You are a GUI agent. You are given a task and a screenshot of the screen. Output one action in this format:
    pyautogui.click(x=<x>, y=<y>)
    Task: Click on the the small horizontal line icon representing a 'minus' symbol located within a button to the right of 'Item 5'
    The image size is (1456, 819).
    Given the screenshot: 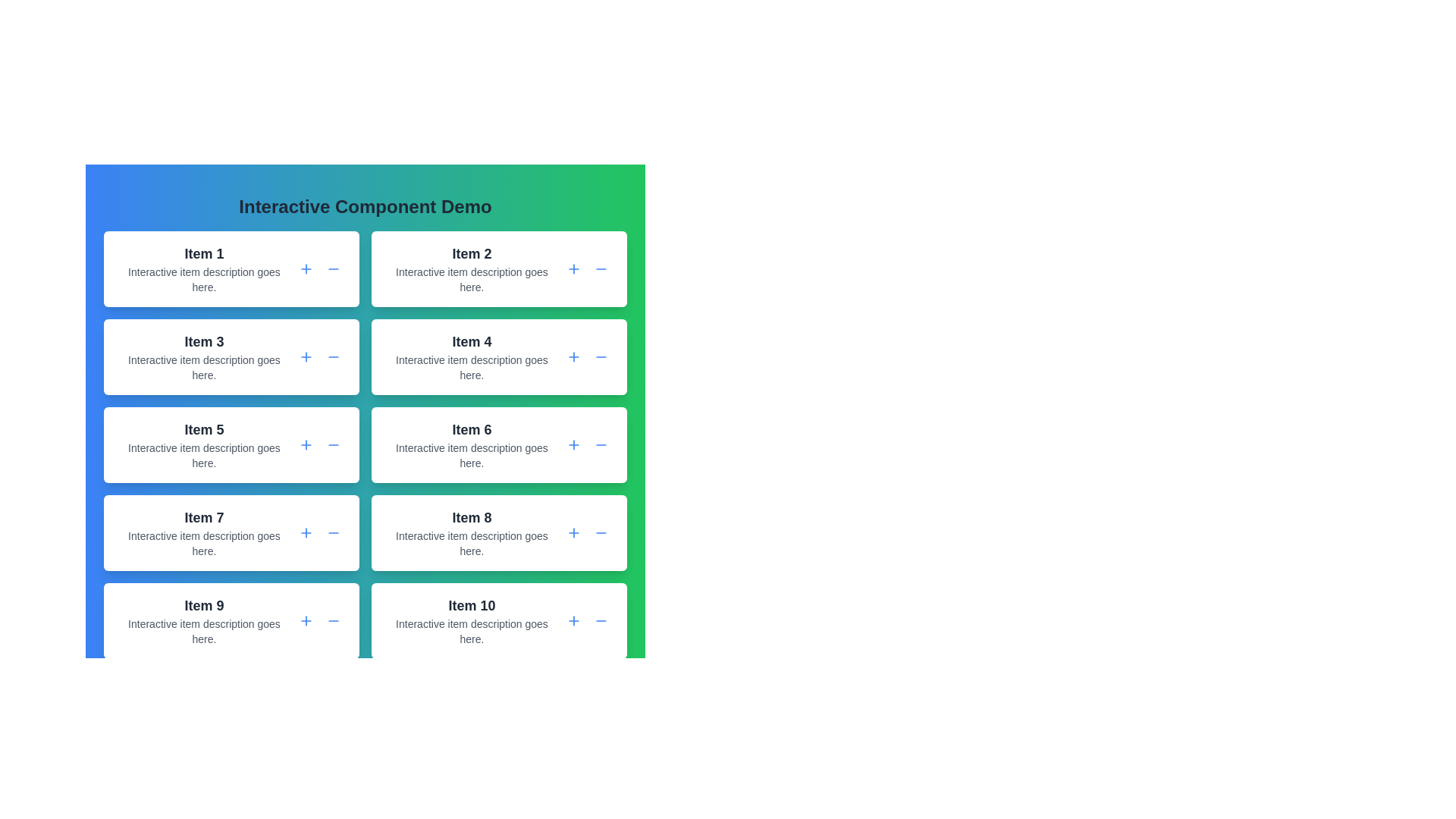 What is the action you would take?
    pyautogui.click(x=333, y=444)
    